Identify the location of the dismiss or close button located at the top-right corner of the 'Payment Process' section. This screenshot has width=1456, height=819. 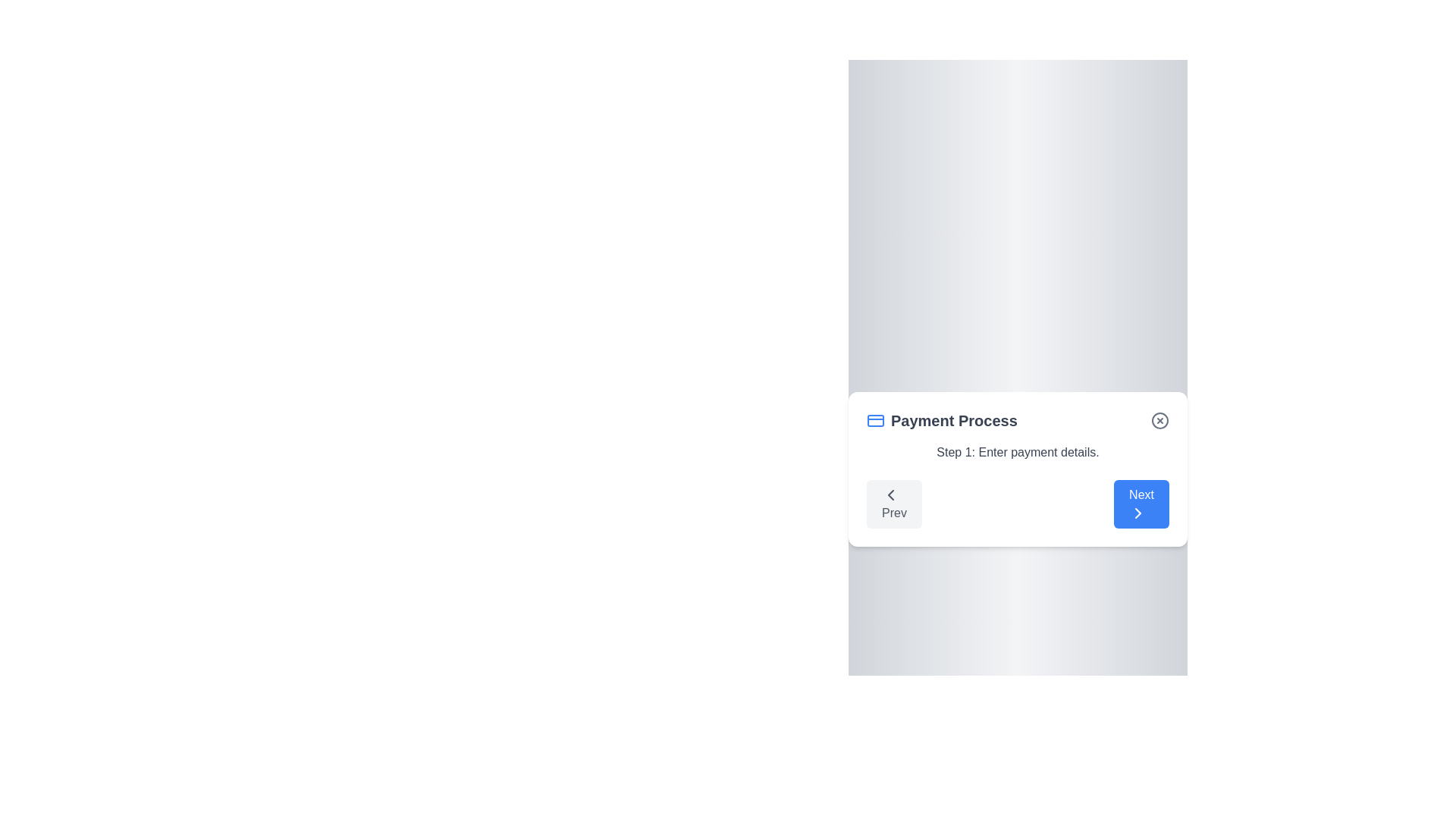
(1159, 421).